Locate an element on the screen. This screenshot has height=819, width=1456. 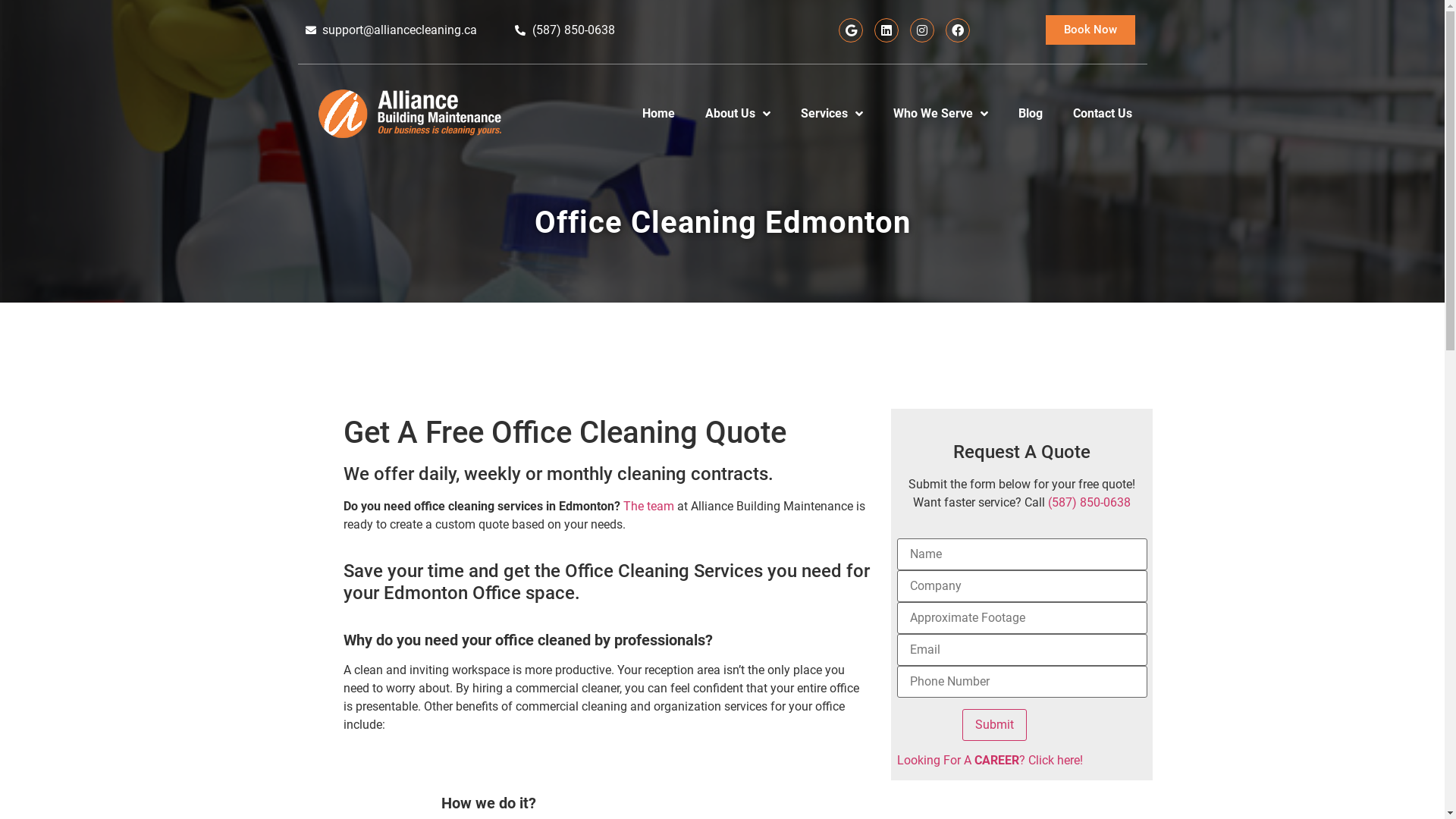
'Services' is located at coordinates (831, 114).